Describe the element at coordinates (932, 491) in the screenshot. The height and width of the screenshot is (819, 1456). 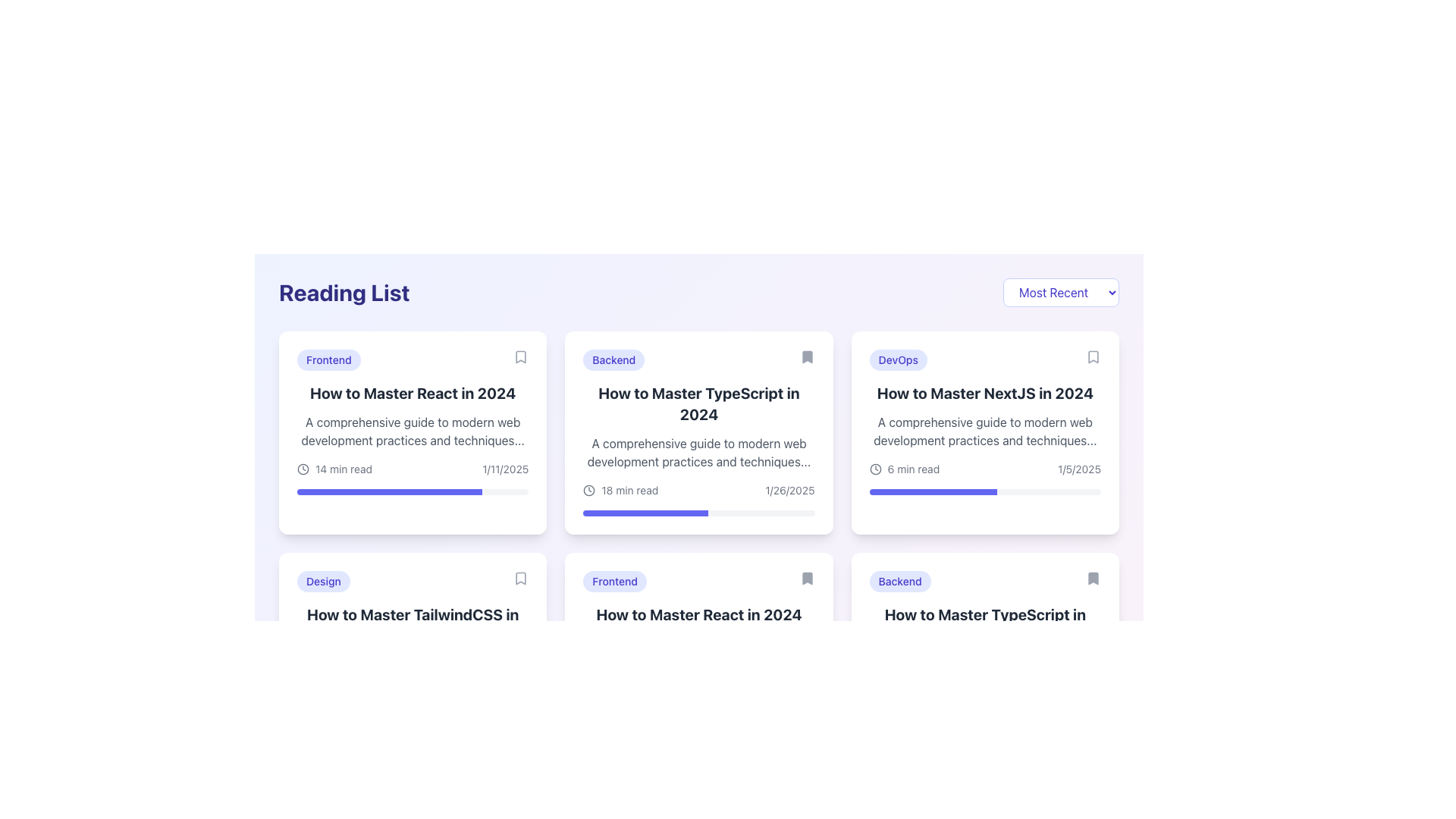
I see `the indigo-colored filled area of the progress bar segment in the card titled 'How to Master NextJS in 2024', located in the third column of the first row, which represents 55% of the progress` at that location.